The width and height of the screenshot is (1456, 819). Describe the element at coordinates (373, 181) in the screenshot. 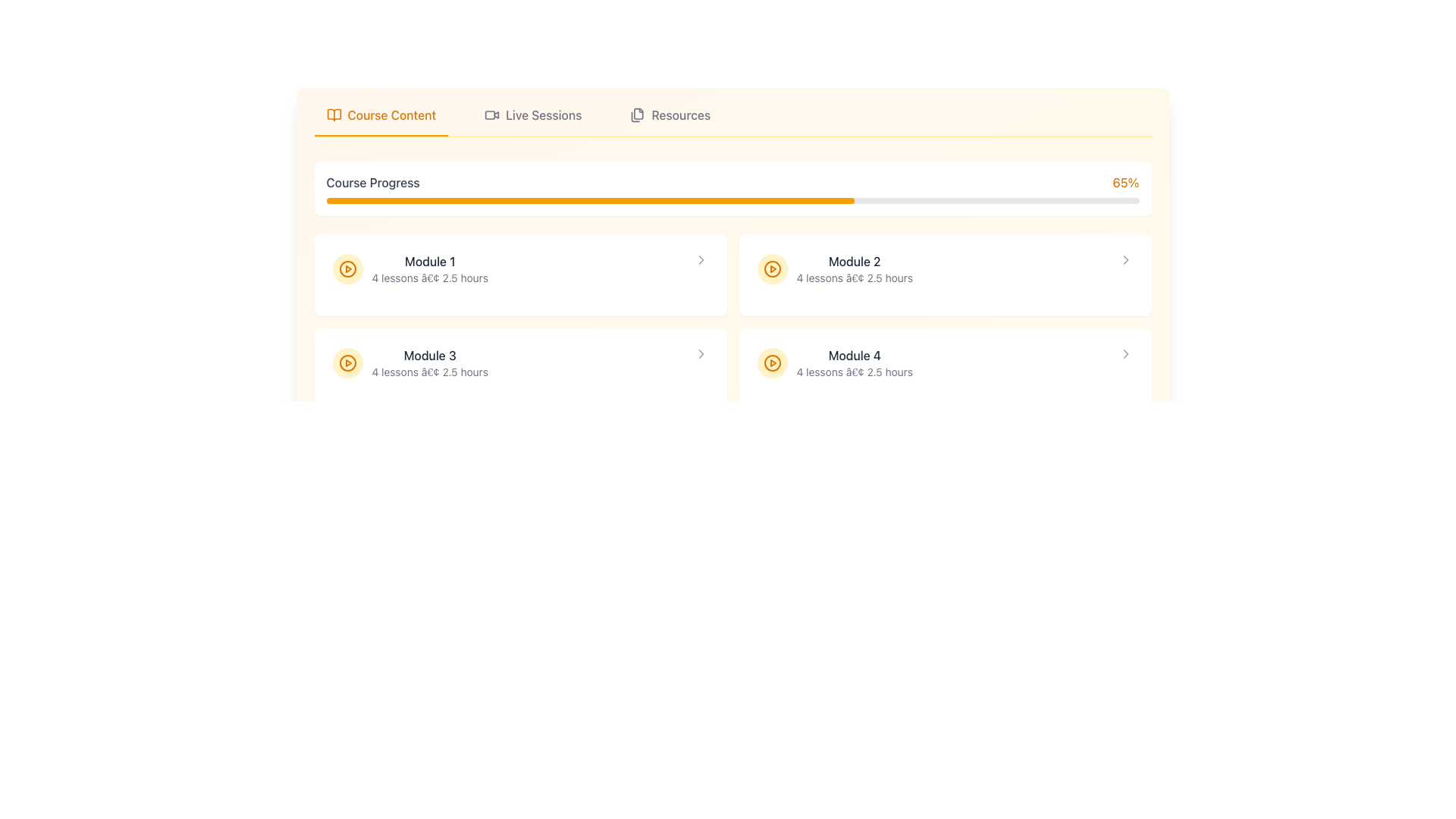

I see `the 'Course Progress' text label, which is a medium-weight gray font positioned to the left of a progress bar and a percentage display` at that location.